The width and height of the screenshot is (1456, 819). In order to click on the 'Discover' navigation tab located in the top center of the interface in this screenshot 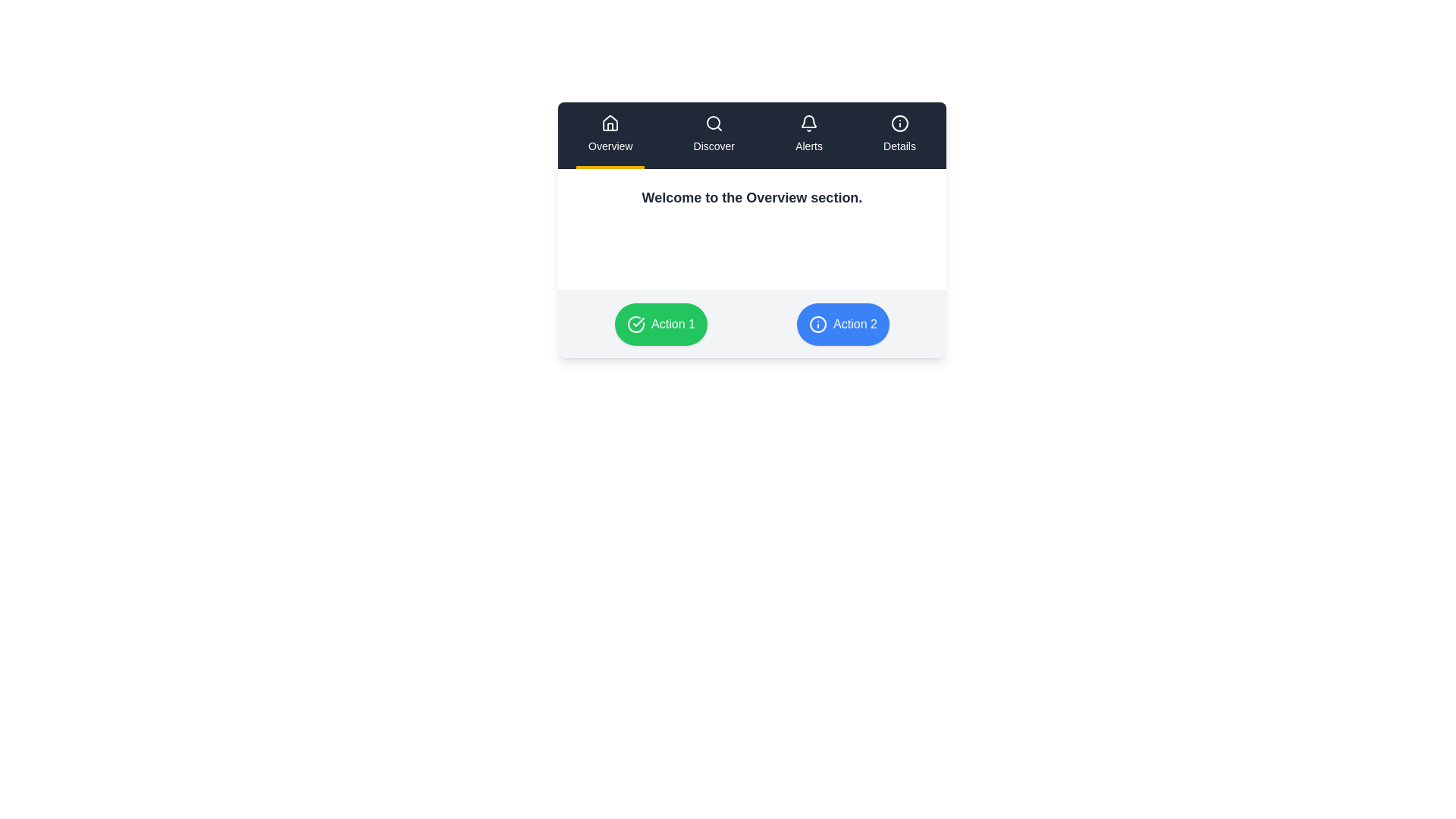, I will do `click(713, 134)`.